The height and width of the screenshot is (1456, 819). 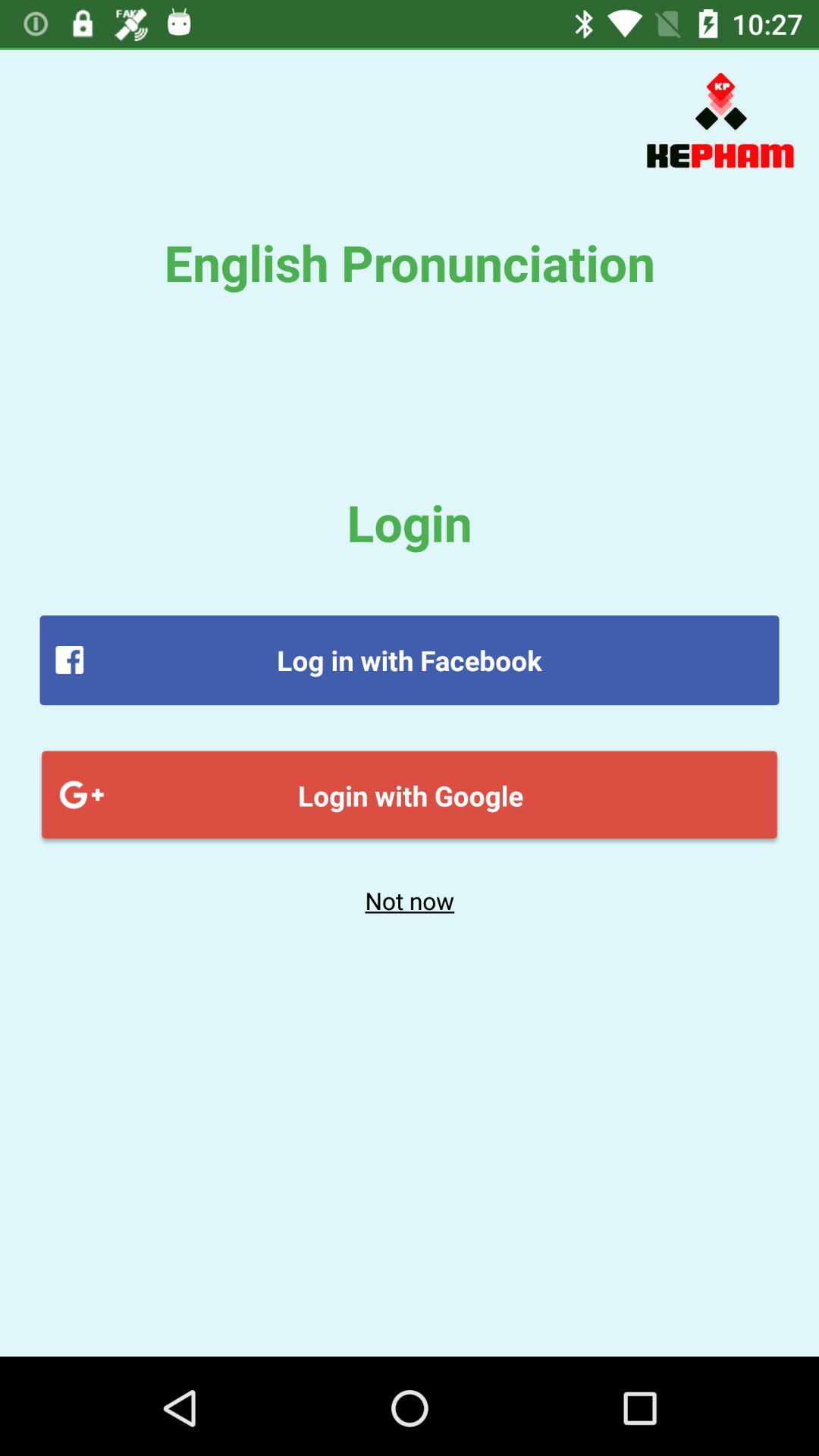 I want to click on the item below the log in with icon, so click(x=409, y=794).